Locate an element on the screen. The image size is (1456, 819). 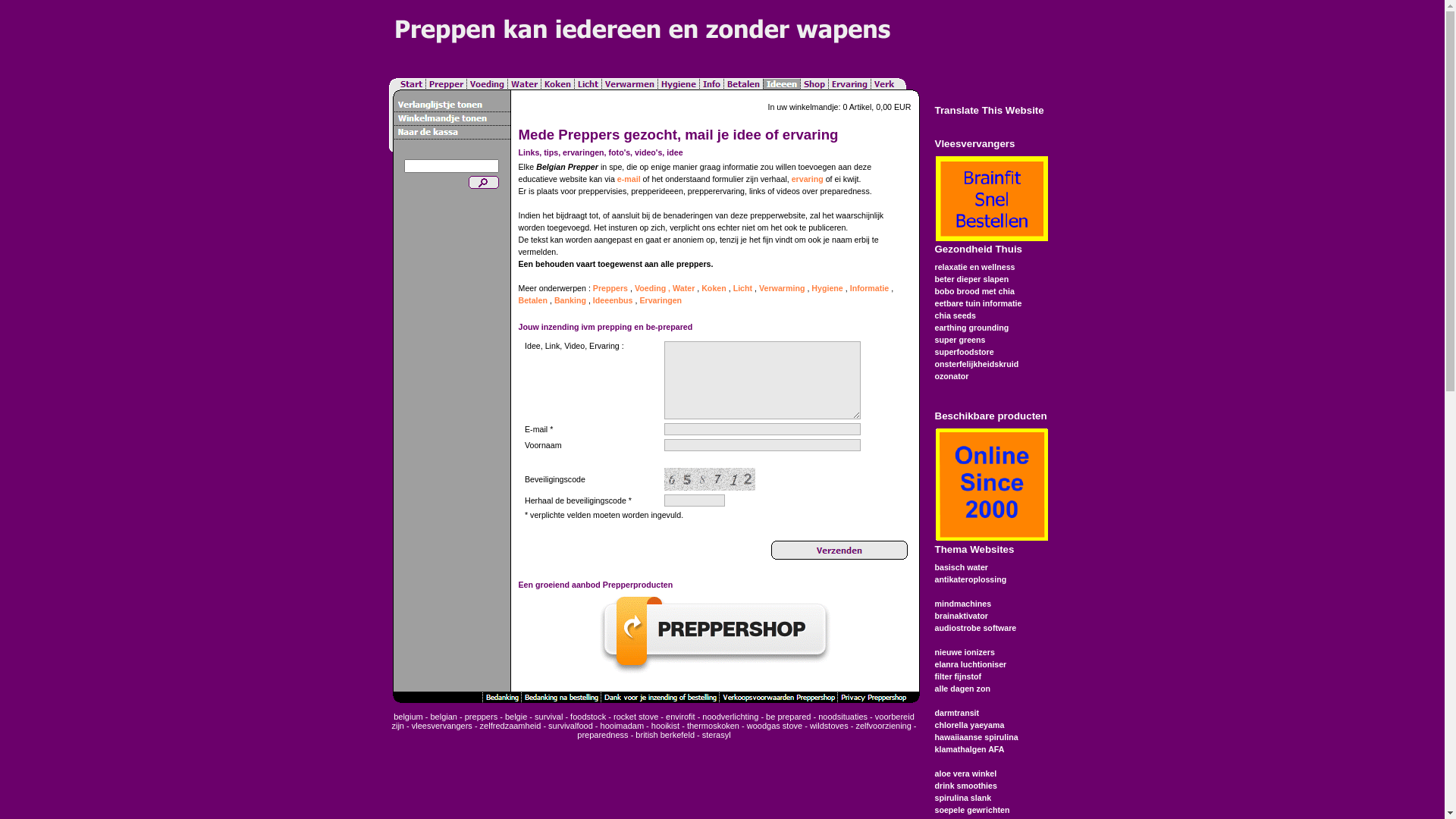
'Verwarming' is located at coordinates (782, 288).